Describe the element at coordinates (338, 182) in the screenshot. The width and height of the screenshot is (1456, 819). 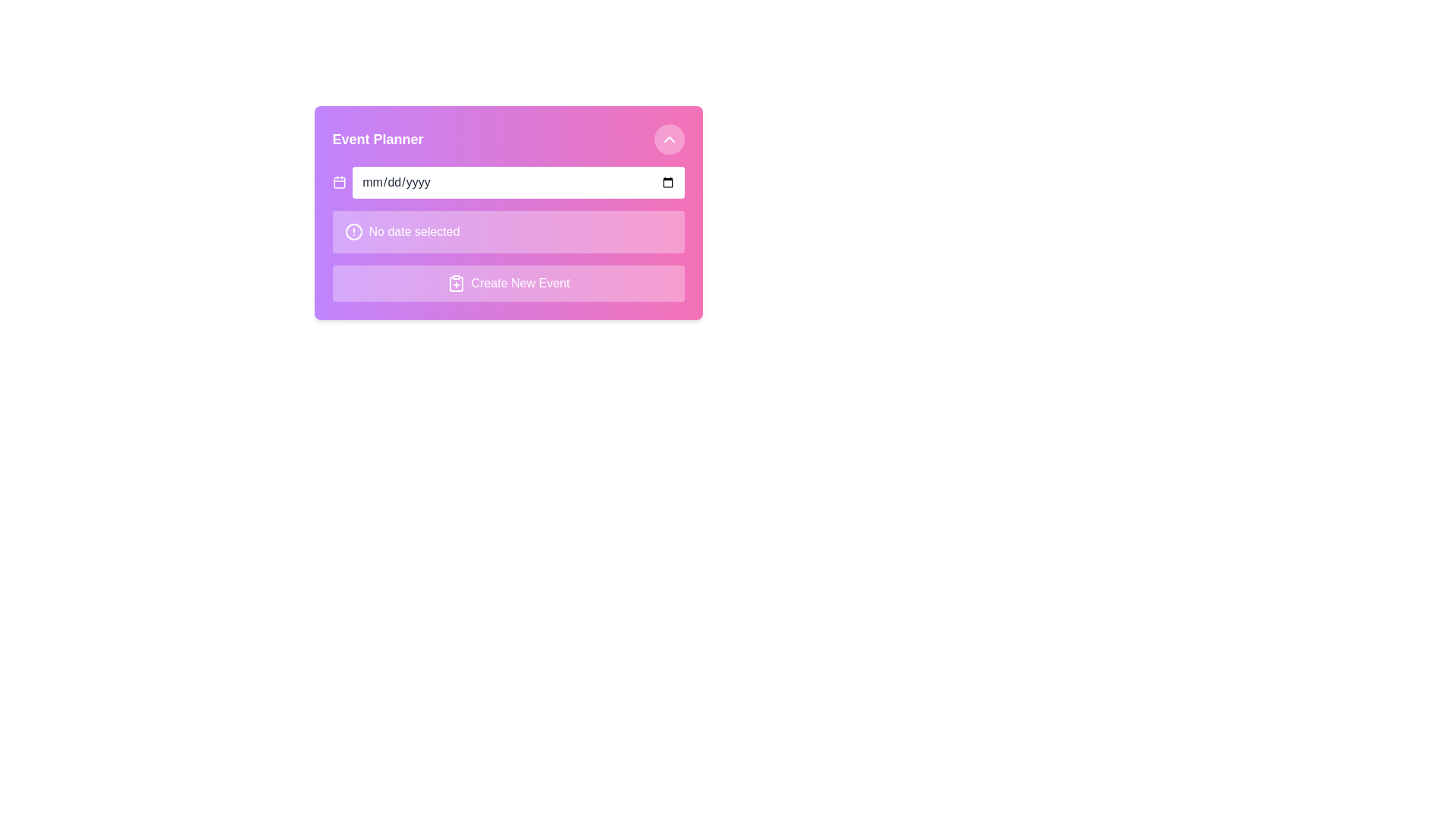
I see `the minimalistic calendar icon located in the left portion of the input box group to invoke its implied function` at that location.